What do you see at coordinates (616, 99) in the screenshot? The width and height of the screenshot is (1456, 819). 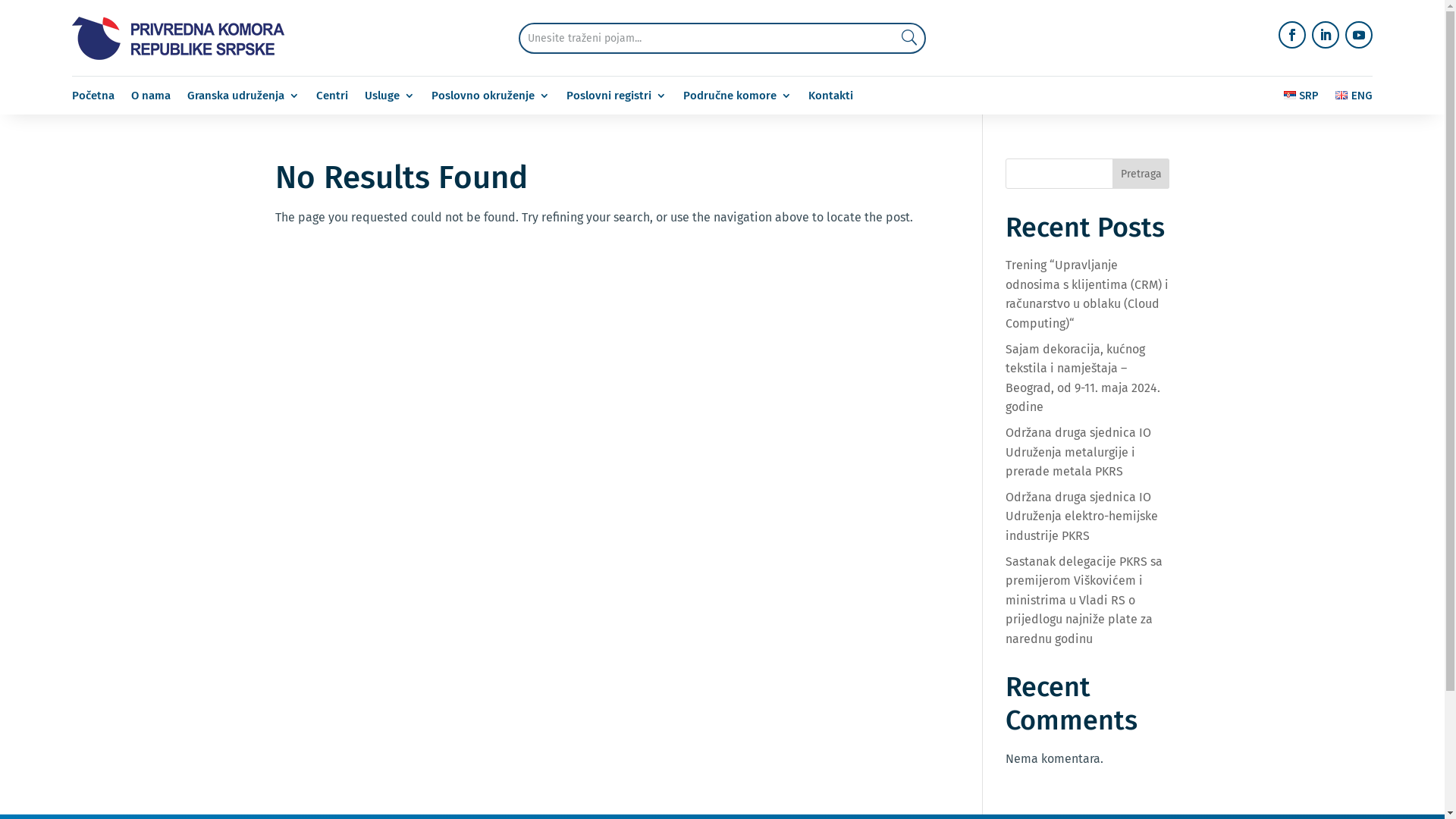 I see `'Poslovni registri'` at bounding box center [616, 99].